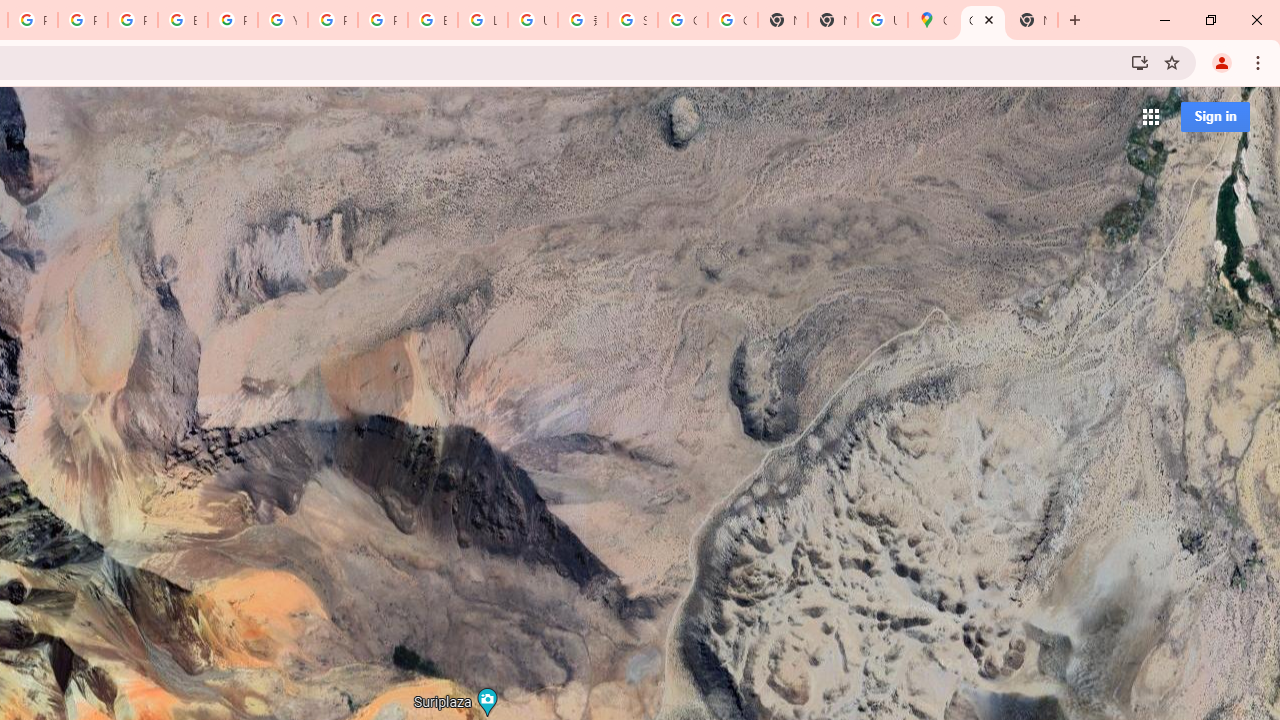 This screenshot has width=1280, height=720. I want to click on 'Install Google Maps', so click(1139, 61).